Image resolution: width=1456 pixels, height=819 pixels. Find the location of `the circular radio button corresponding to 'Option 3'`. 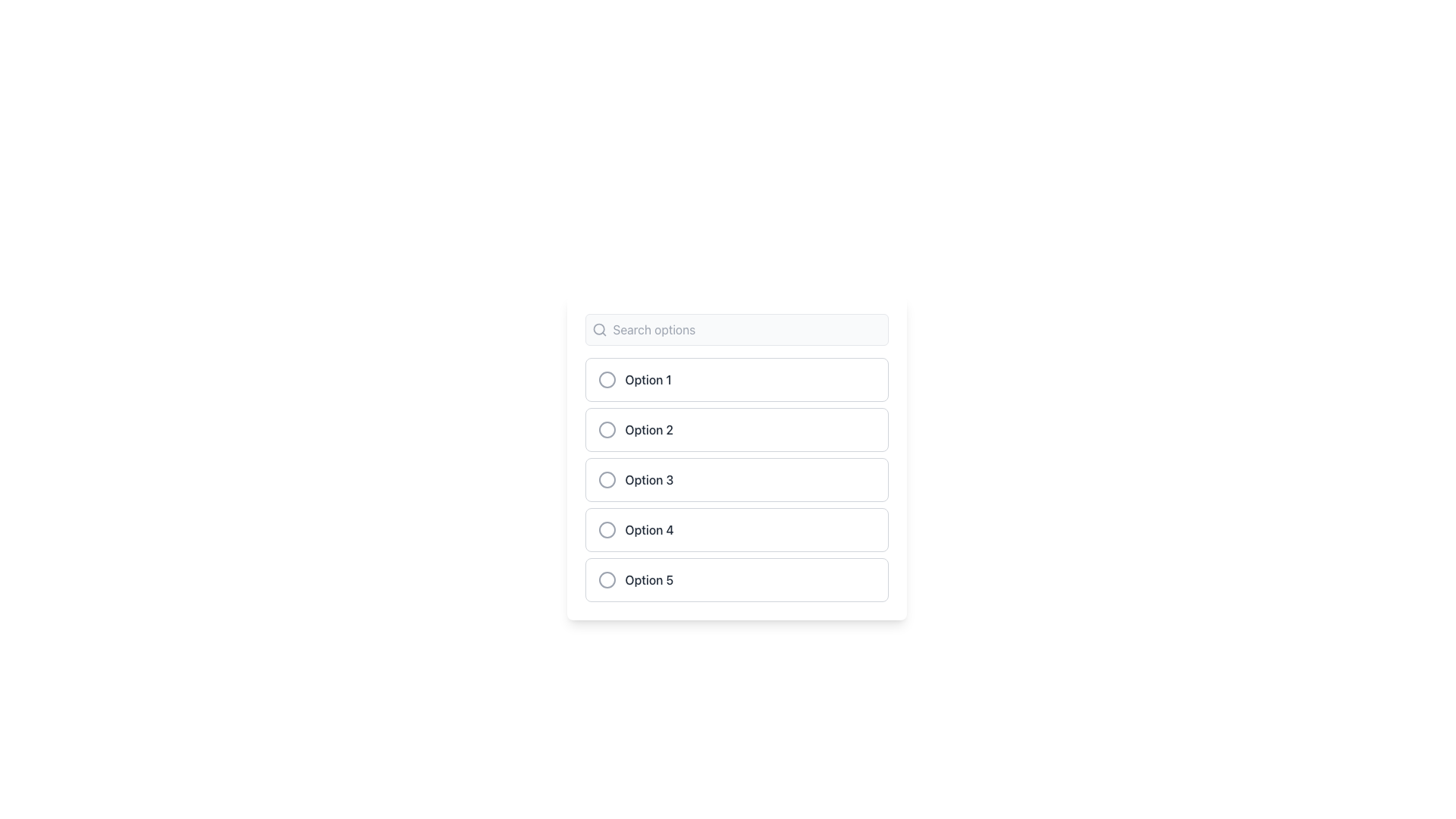

the circular radio button corresponding to 'Option 3' is located at coordinates (607, 479).